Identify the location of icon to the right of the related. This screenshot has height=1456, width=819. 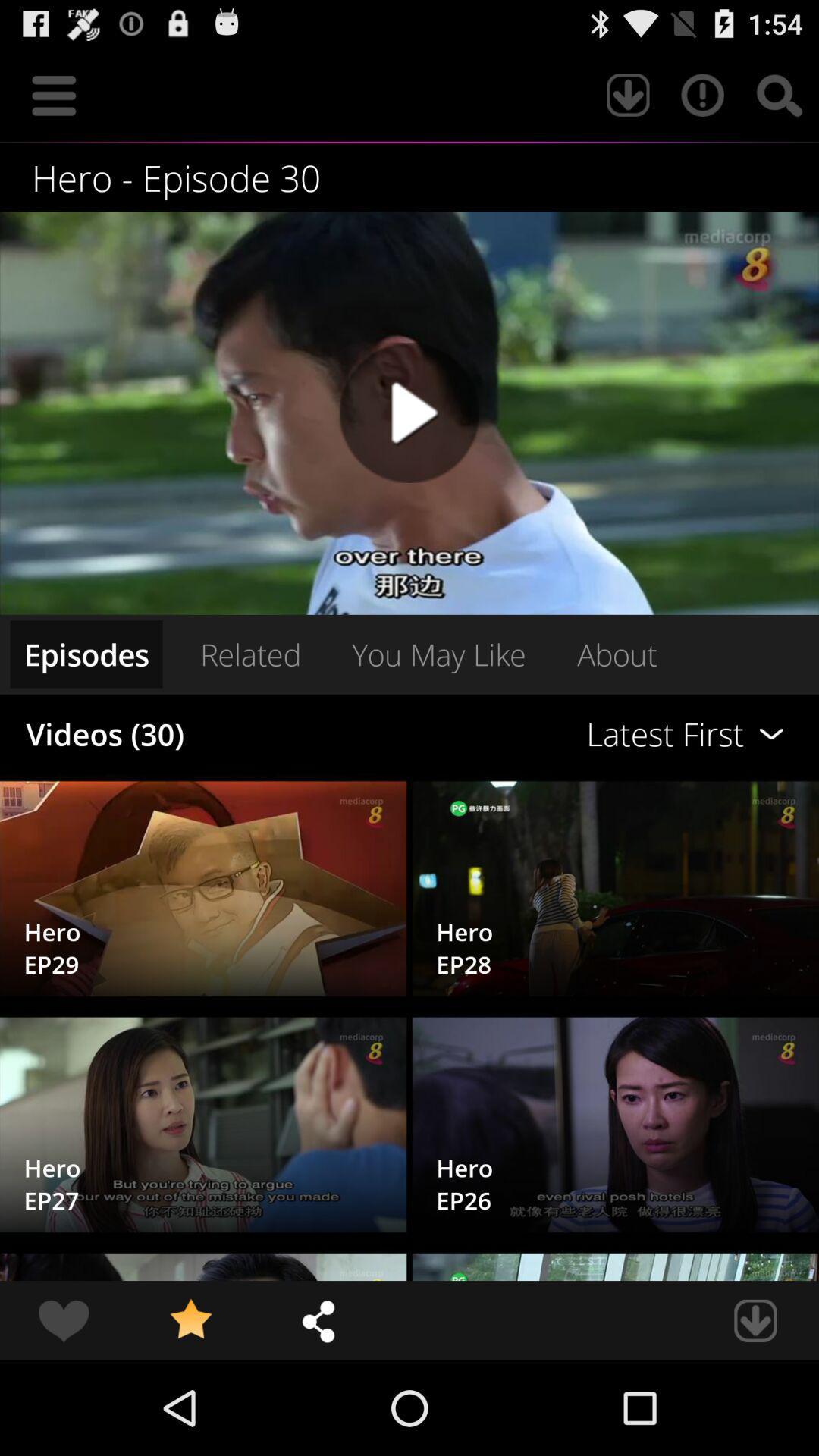
(560, 734).